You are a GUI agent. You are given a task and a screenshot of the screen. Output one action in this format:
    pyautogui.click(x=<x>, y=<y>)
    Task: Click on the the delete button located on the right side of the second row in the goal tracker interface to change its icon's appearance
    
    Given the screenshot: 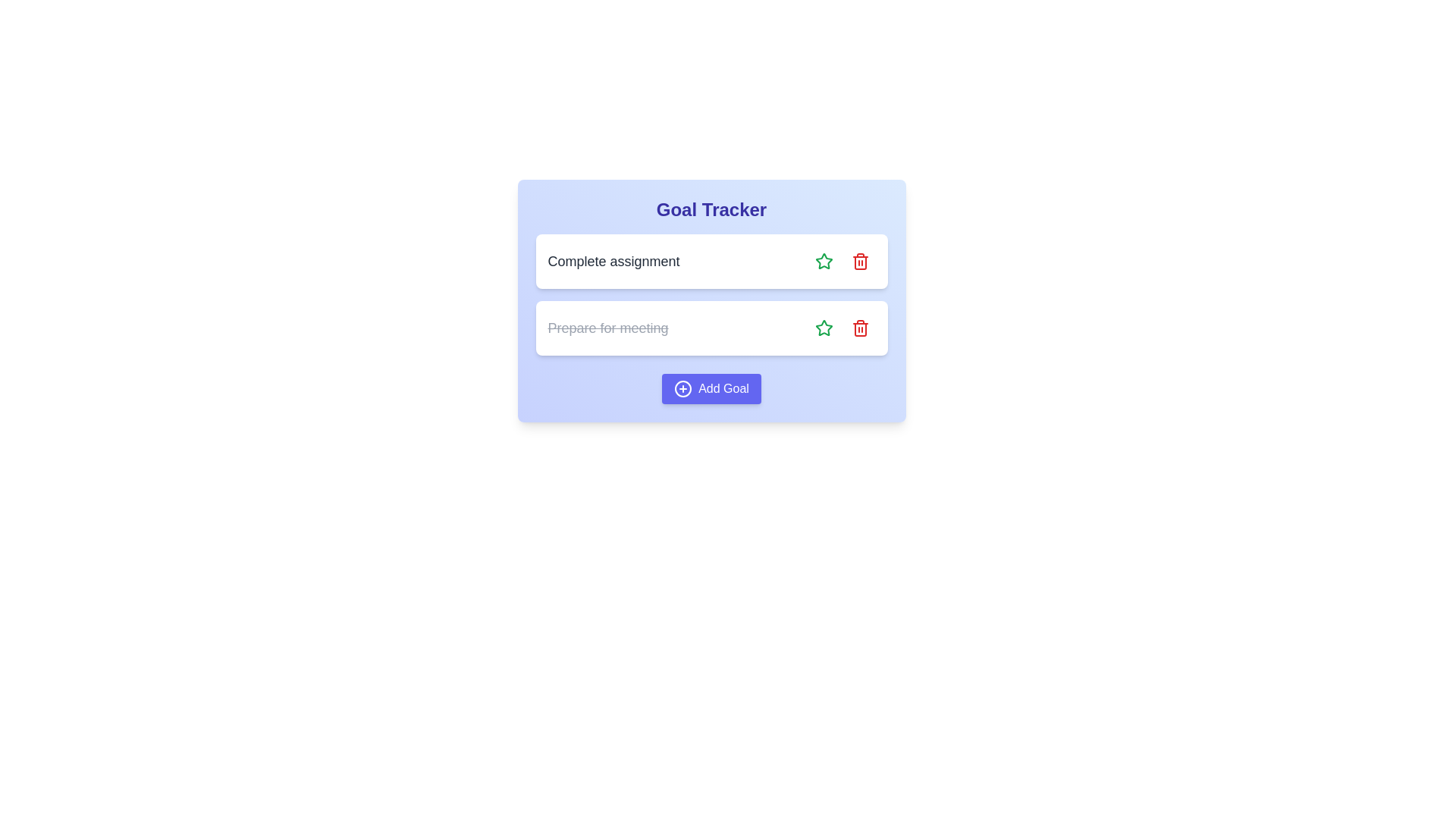 What is the action you would take?
    pyautogui.click(x=860, y=327)
    